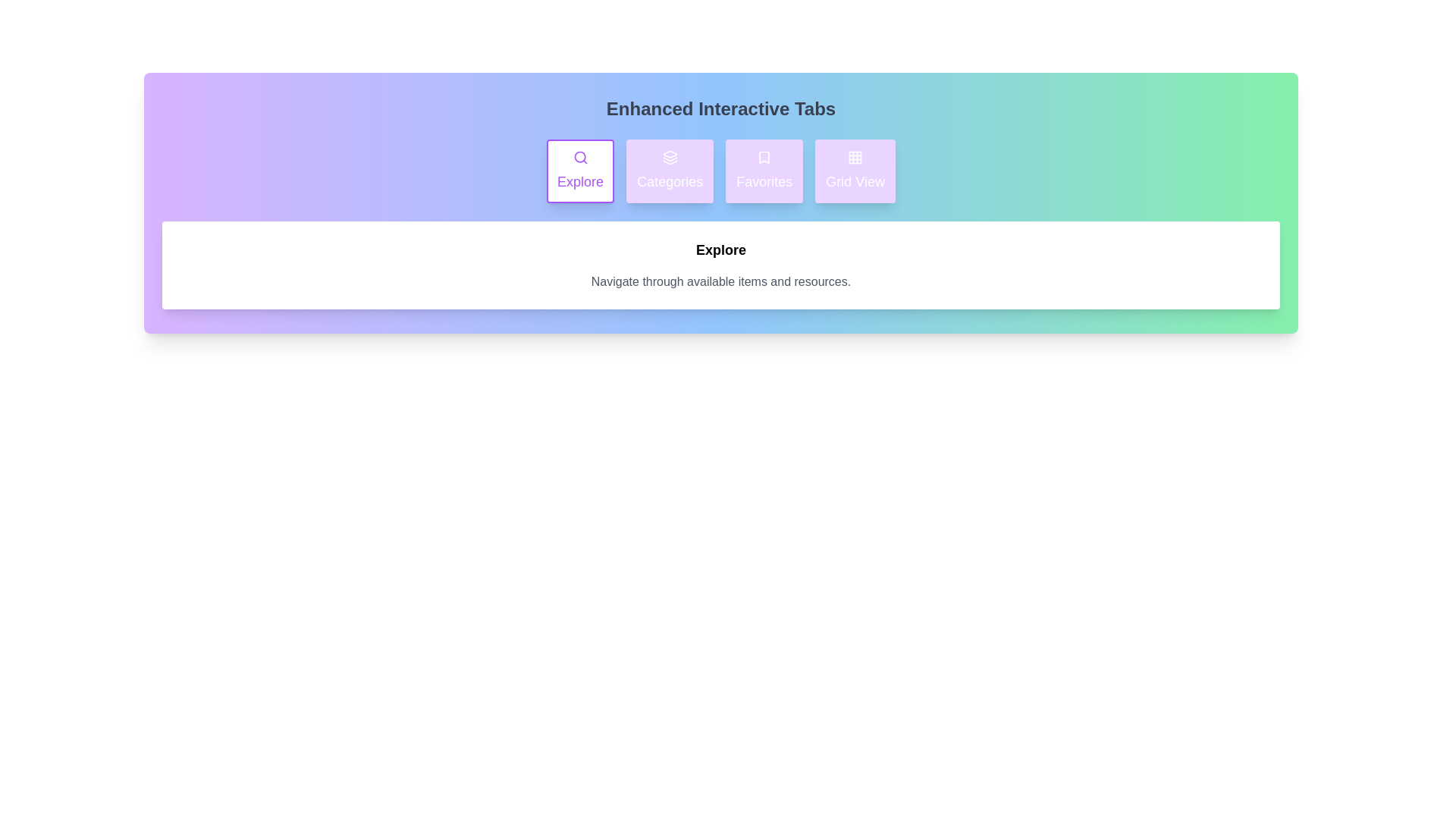 This screenshot has width=1456, height=819. I want to click on the 'Categories' tab to activate it, so click(669, 171).